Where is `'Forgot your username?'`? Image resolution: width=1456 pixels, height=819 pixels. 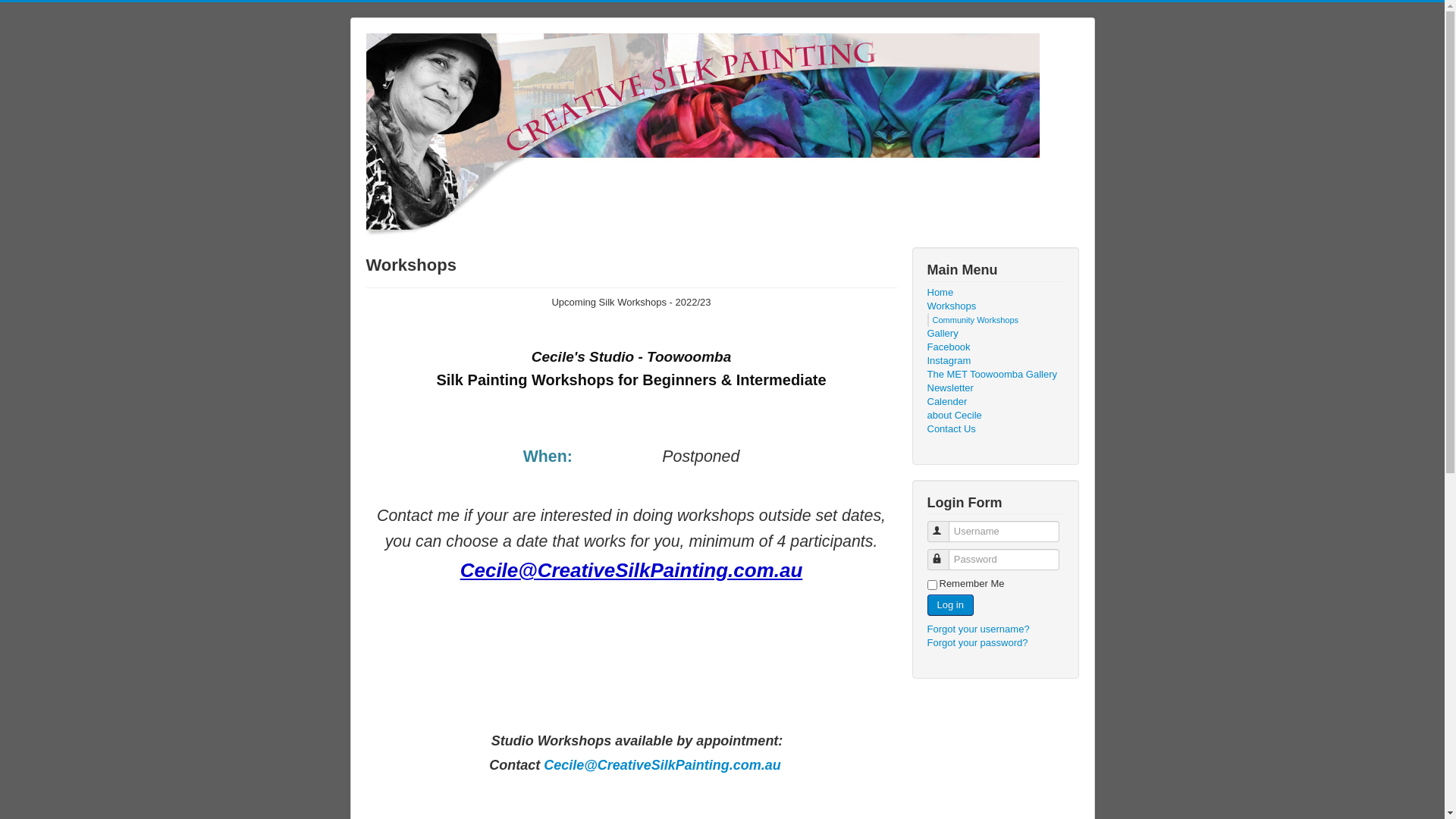
'Forgot your username?' is located at coordinates (926, 629).